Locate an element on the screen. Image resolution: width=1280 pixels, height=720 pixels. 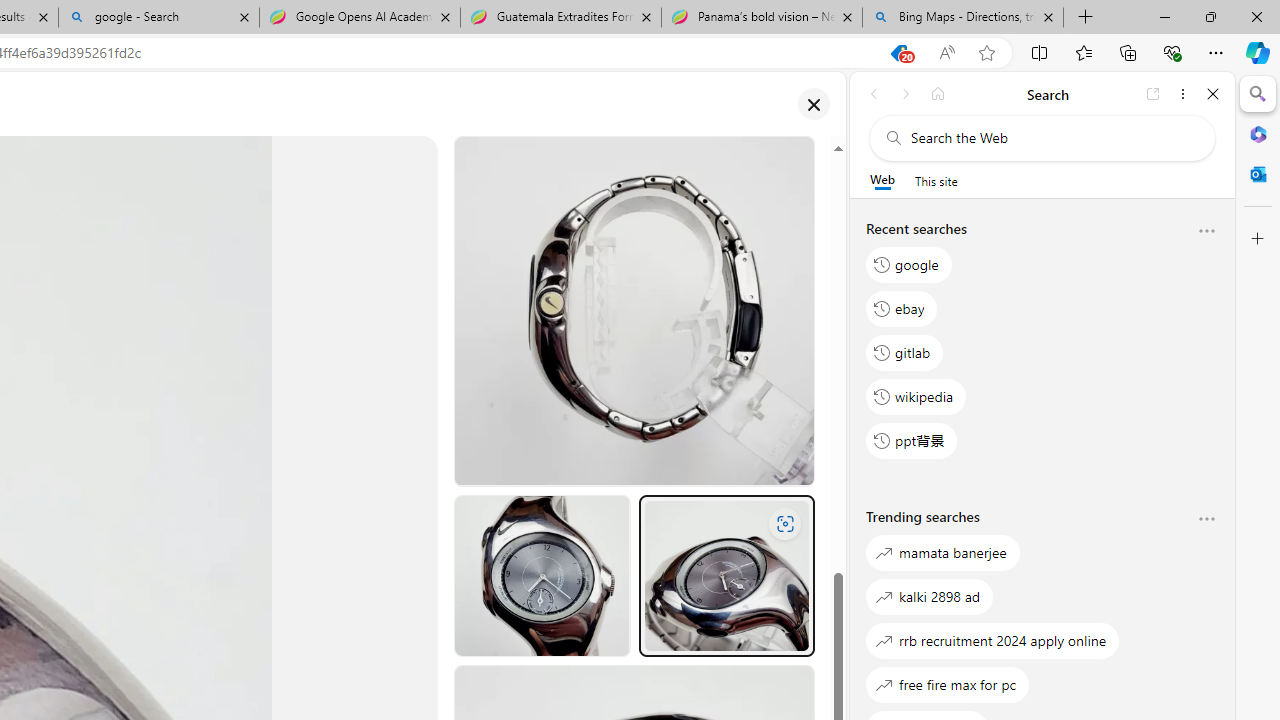
'gitlab' is located at coordinates (904, 351).